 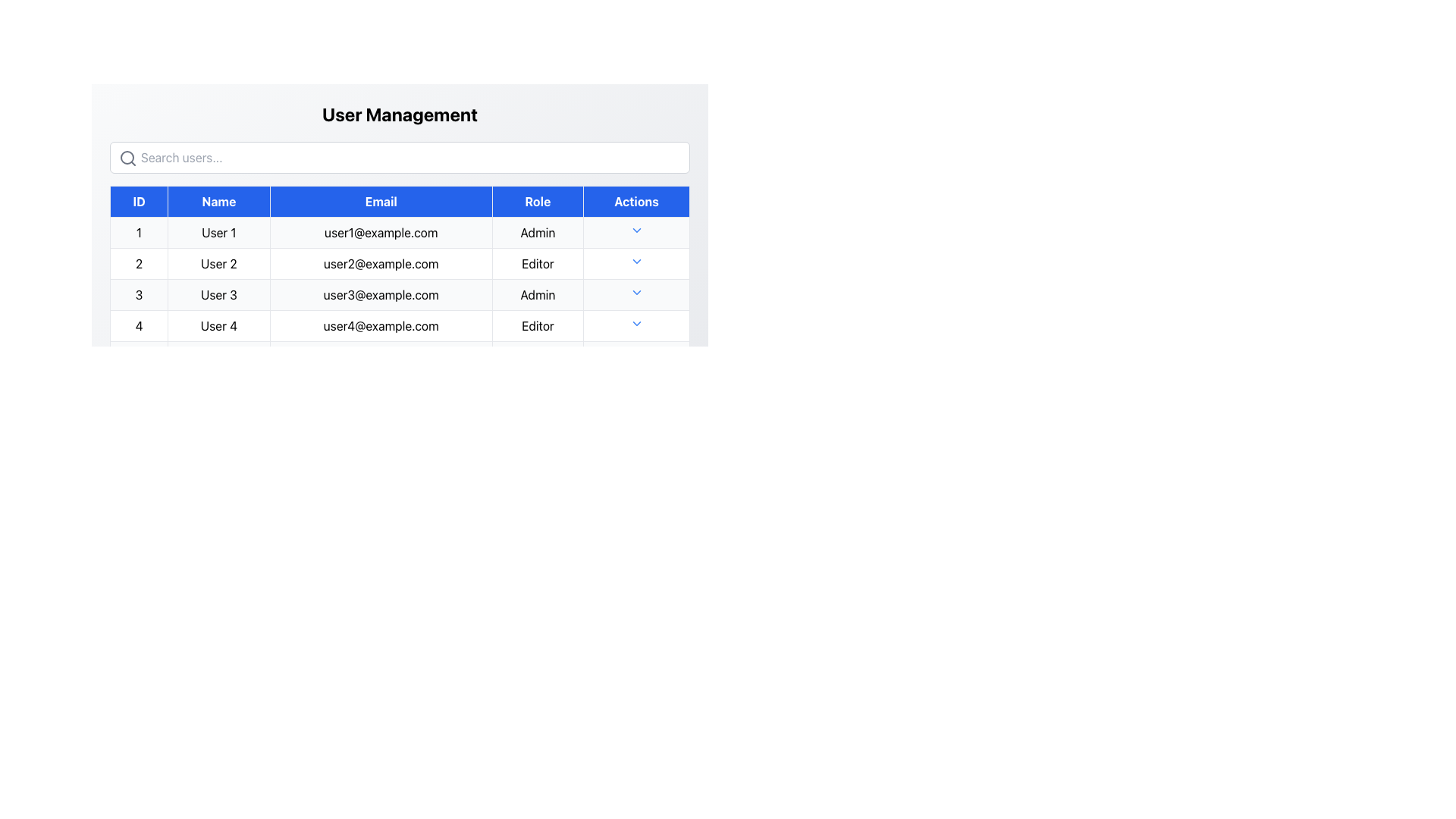 I want to click on the 'Email' header label in the data table, which is the third item in the header row between 'Name' and 'Role', so click(x=381, y=201).